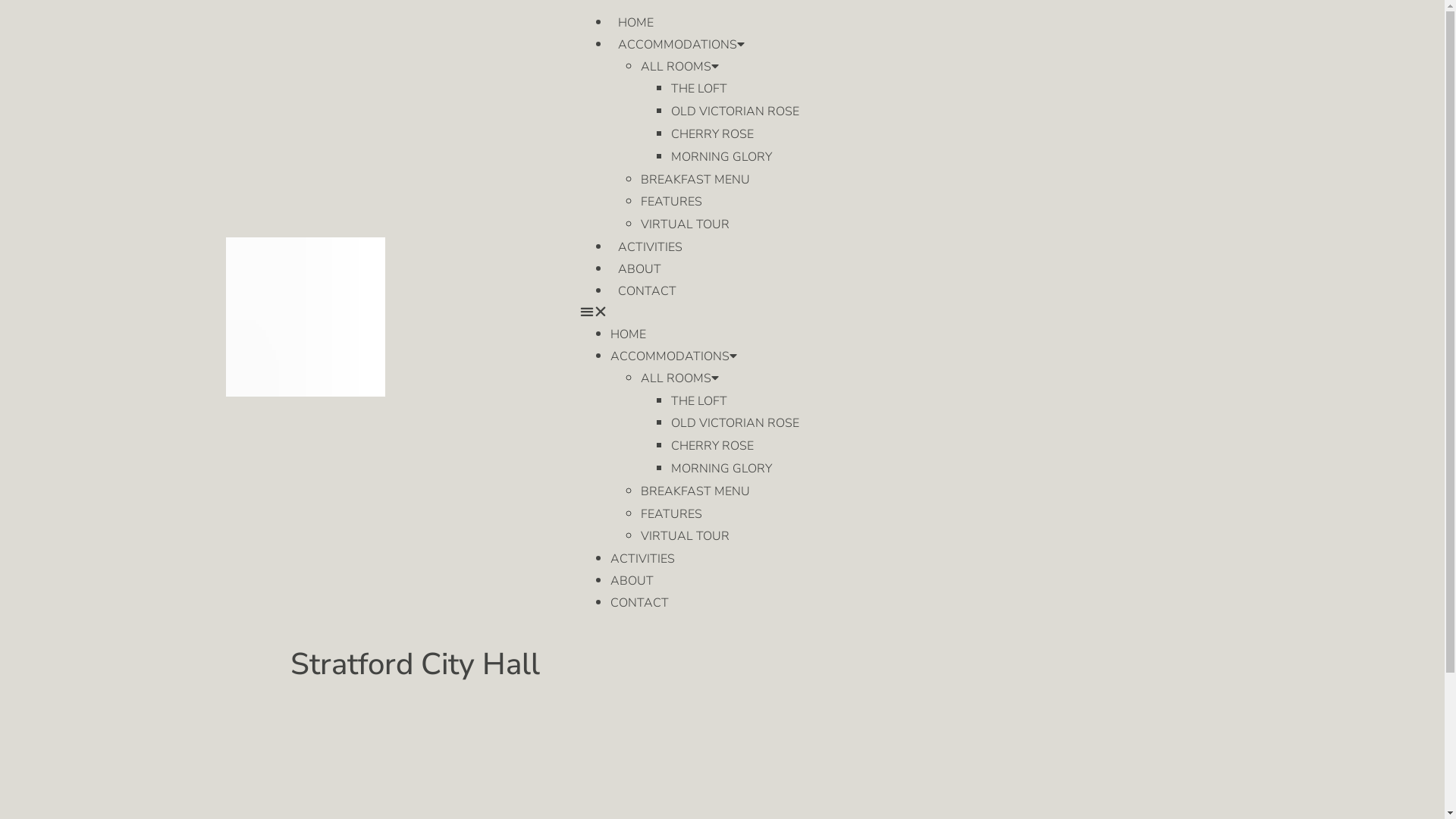  I want to click on 'ABOUT', so click(610, 580).